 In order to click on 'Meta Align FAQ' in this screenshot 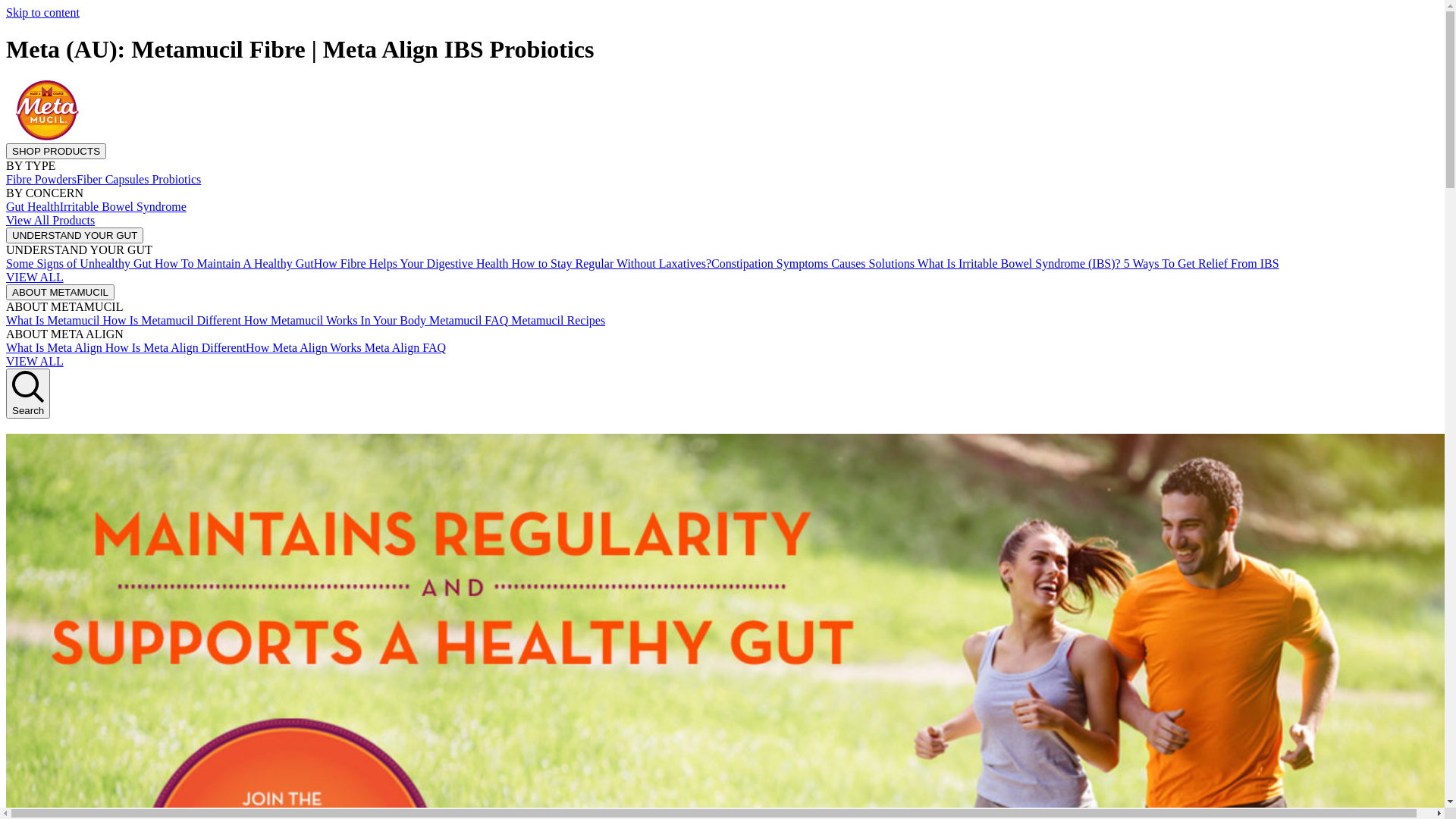, I will do `click(403, 347)`.